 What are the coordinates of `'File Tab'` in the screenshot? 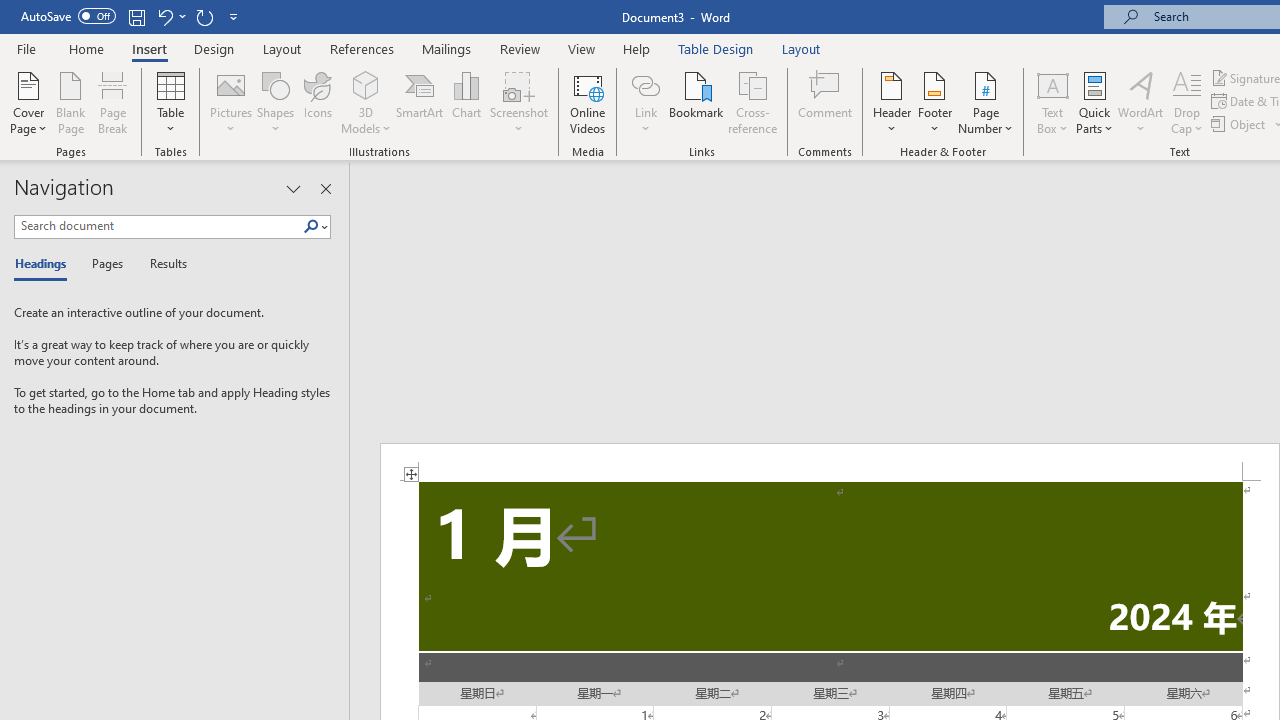 It's located at (26, 47).